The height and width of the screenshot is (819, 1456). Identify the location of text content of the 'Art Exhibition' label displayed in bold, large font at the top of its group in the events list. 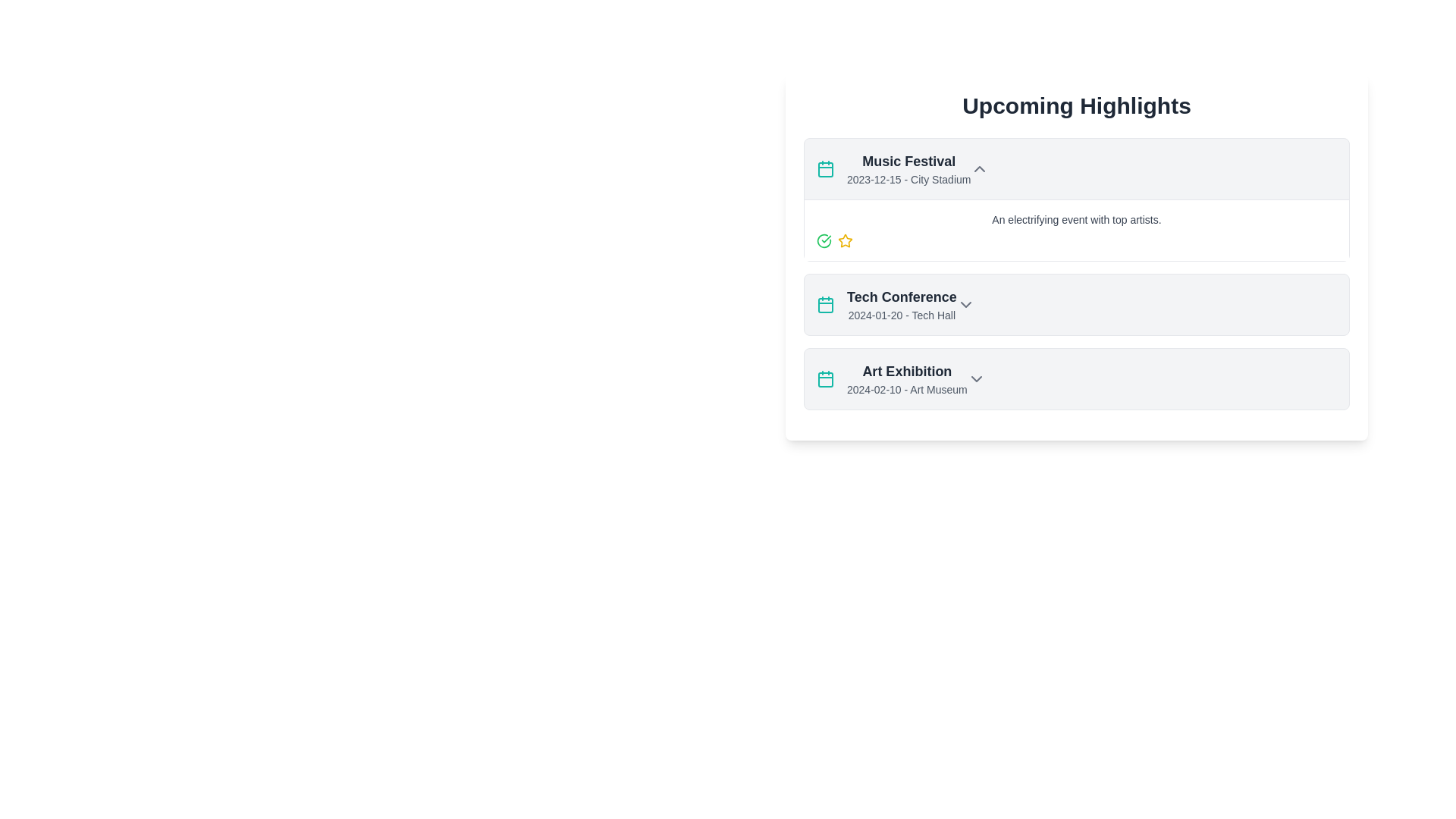
(907, 371).